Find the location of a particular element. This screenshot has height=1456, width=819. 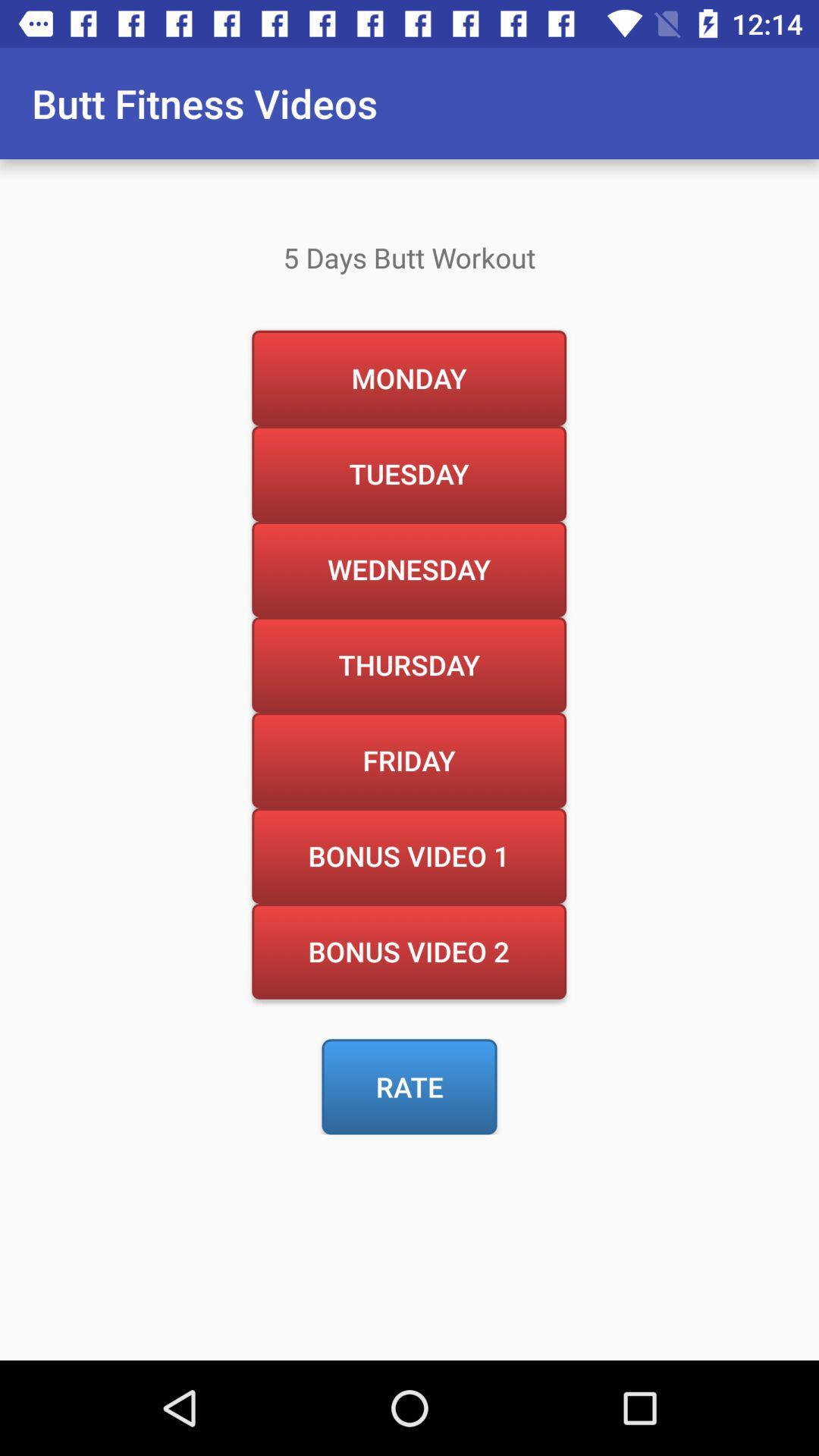

icon above bonus video 1 is located at coordinates (408, 760).